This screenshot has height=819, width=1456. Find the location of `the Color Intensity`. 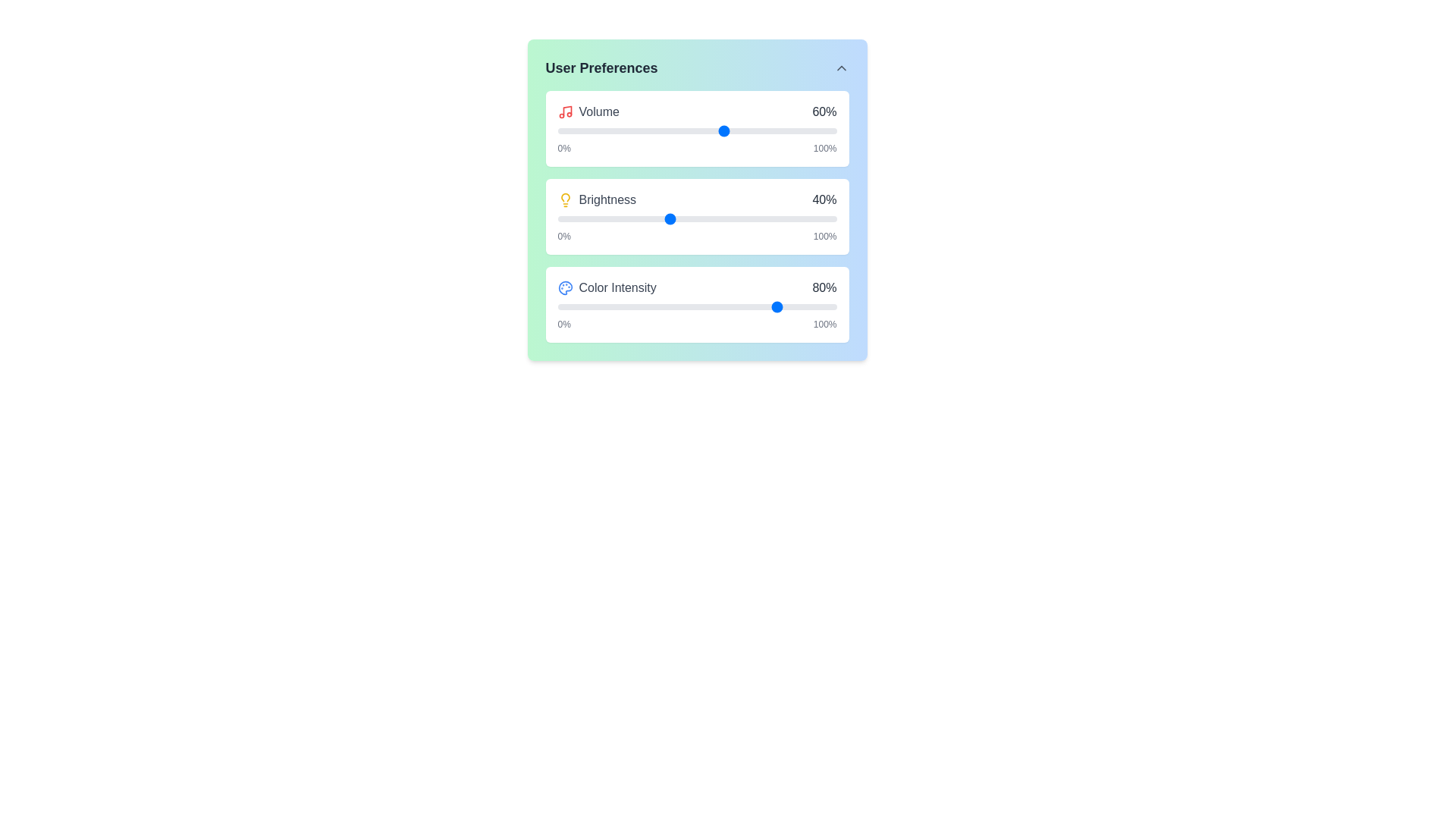

the Color Intensity is located at coordinates (639, 307).